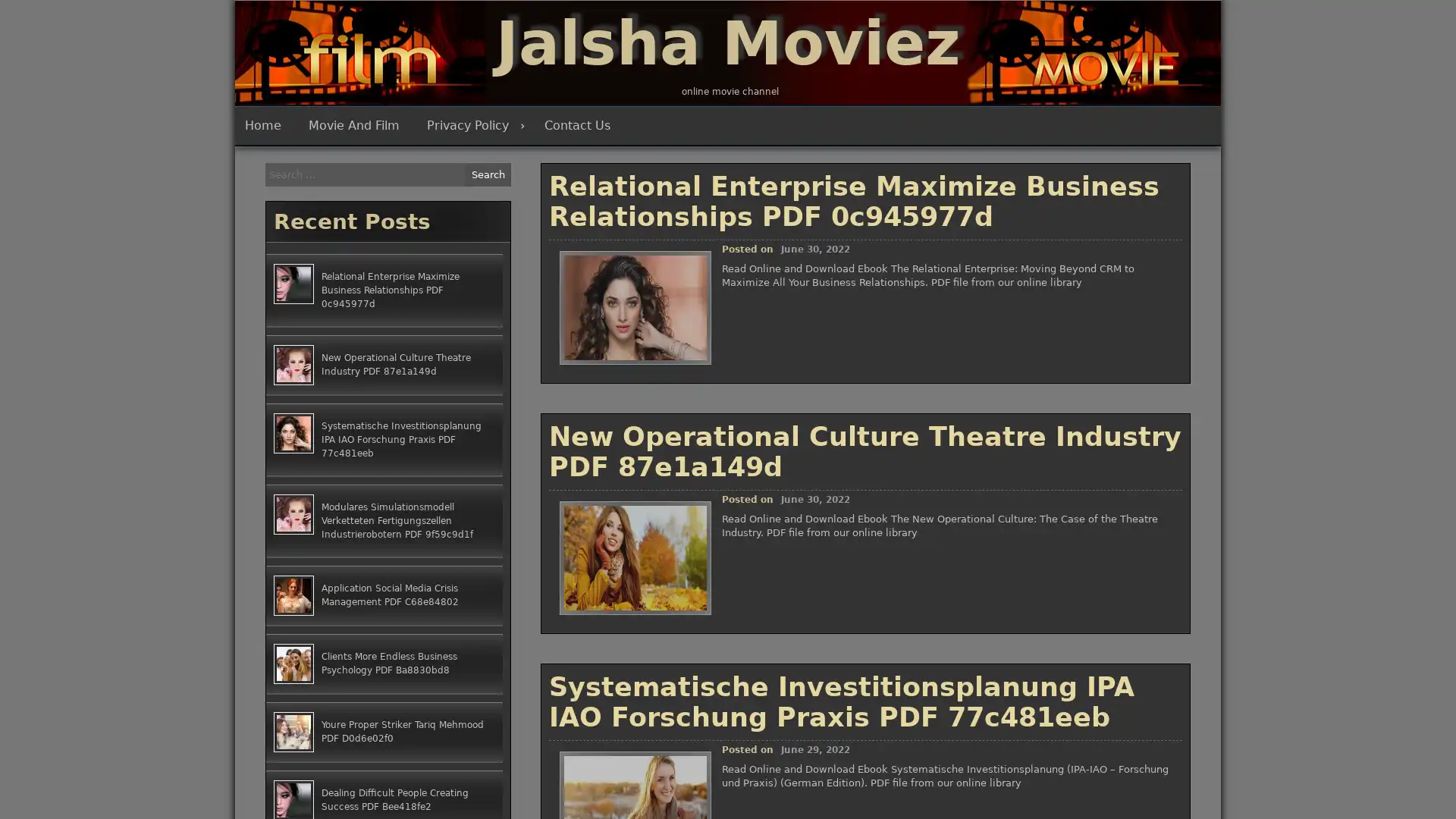 The height and width of the screenshot is (819, 1456). Describe the element at coordinates (488, 174) in the screenshot. I see `Search` at that location.